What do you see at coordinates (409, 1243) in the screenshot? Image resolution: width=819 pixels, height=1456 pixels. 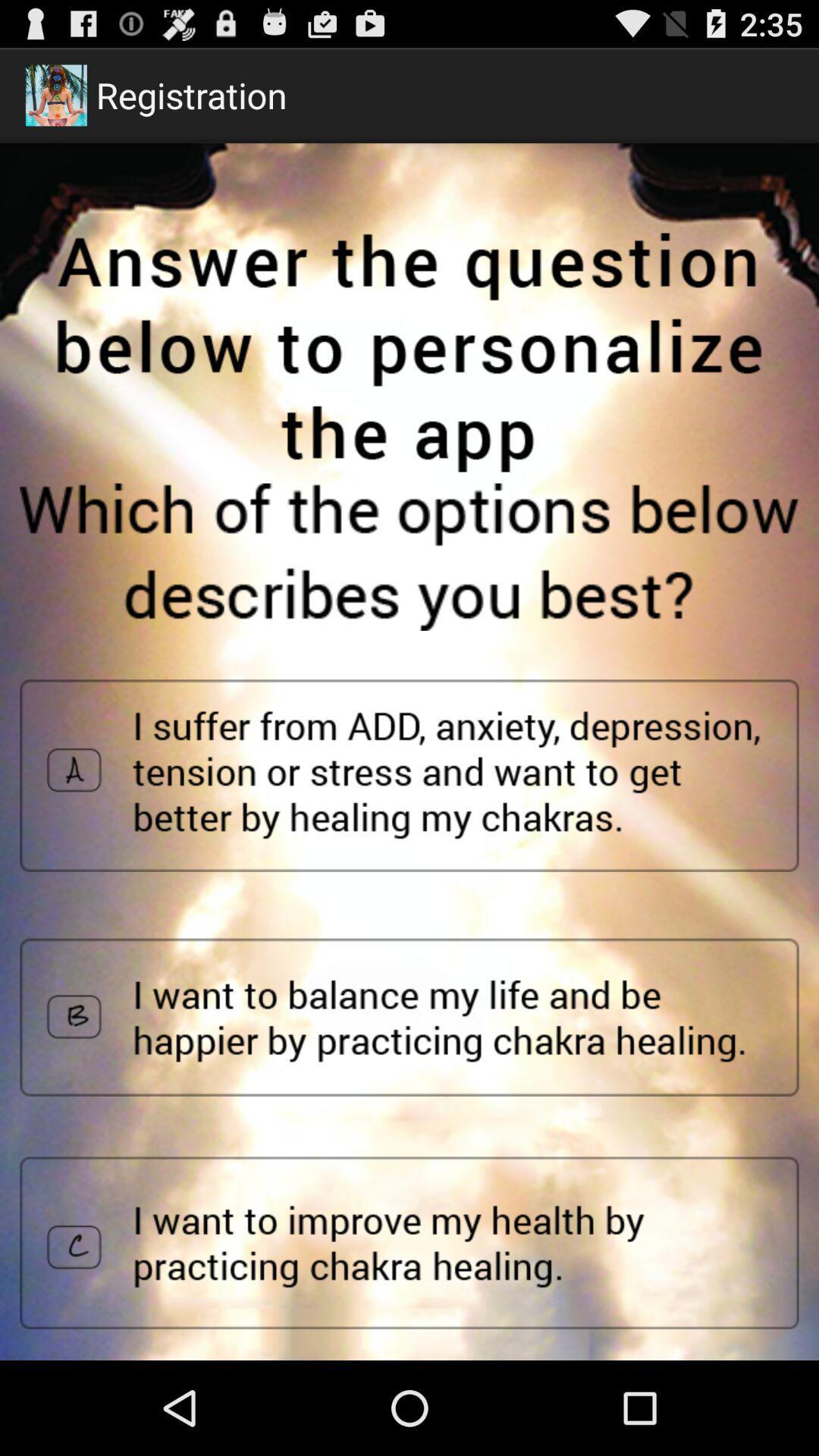 I see `answer selection` at bounding box center [409, 1243].